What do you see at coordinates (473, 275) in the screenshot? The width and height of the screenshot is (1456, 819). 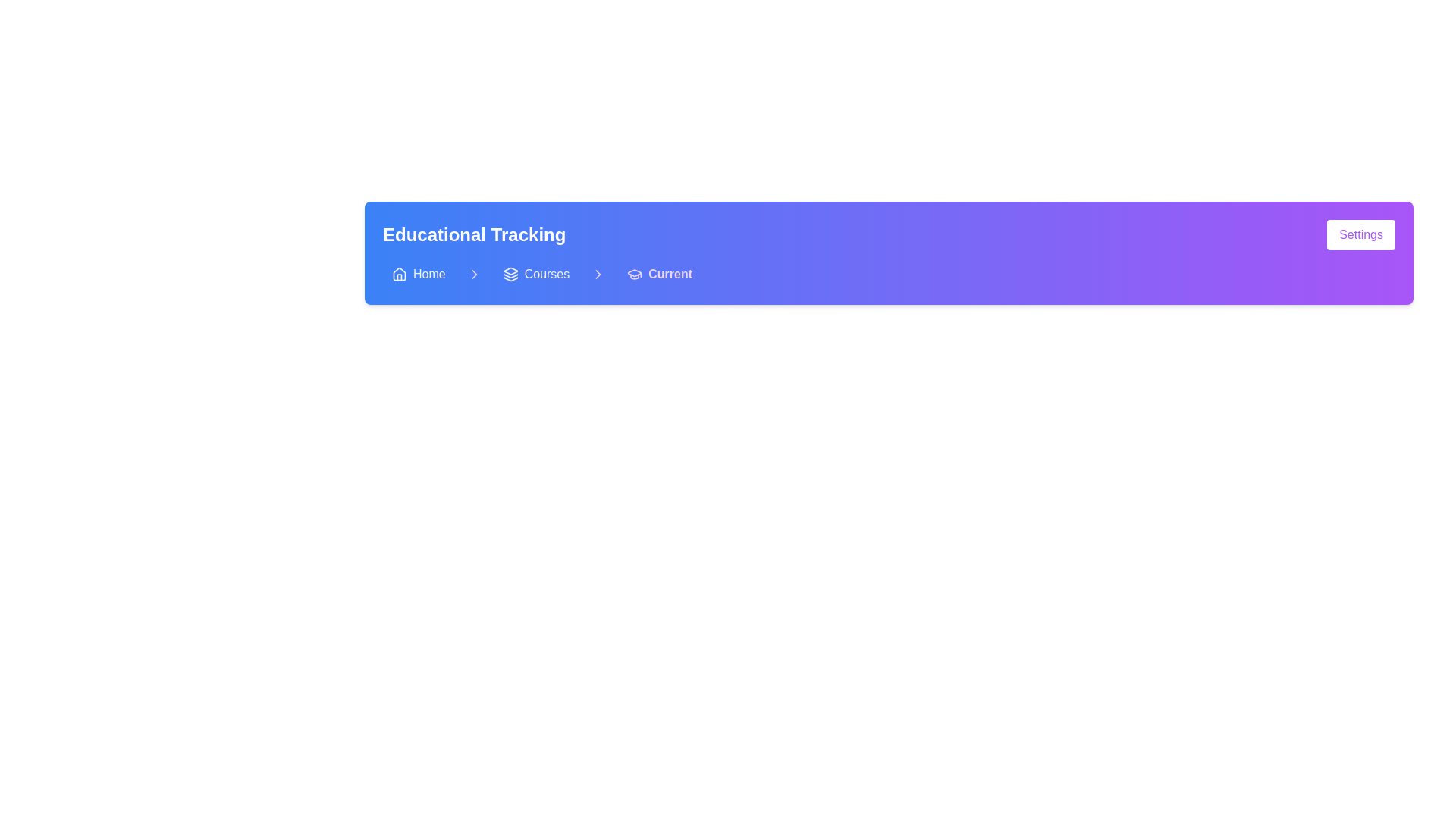 I see `the rightward arrow SVG icon in the breadcrumb navigation bar, which separates the 'Courses' and 'Current' labels` at bounding box center [473, 275].